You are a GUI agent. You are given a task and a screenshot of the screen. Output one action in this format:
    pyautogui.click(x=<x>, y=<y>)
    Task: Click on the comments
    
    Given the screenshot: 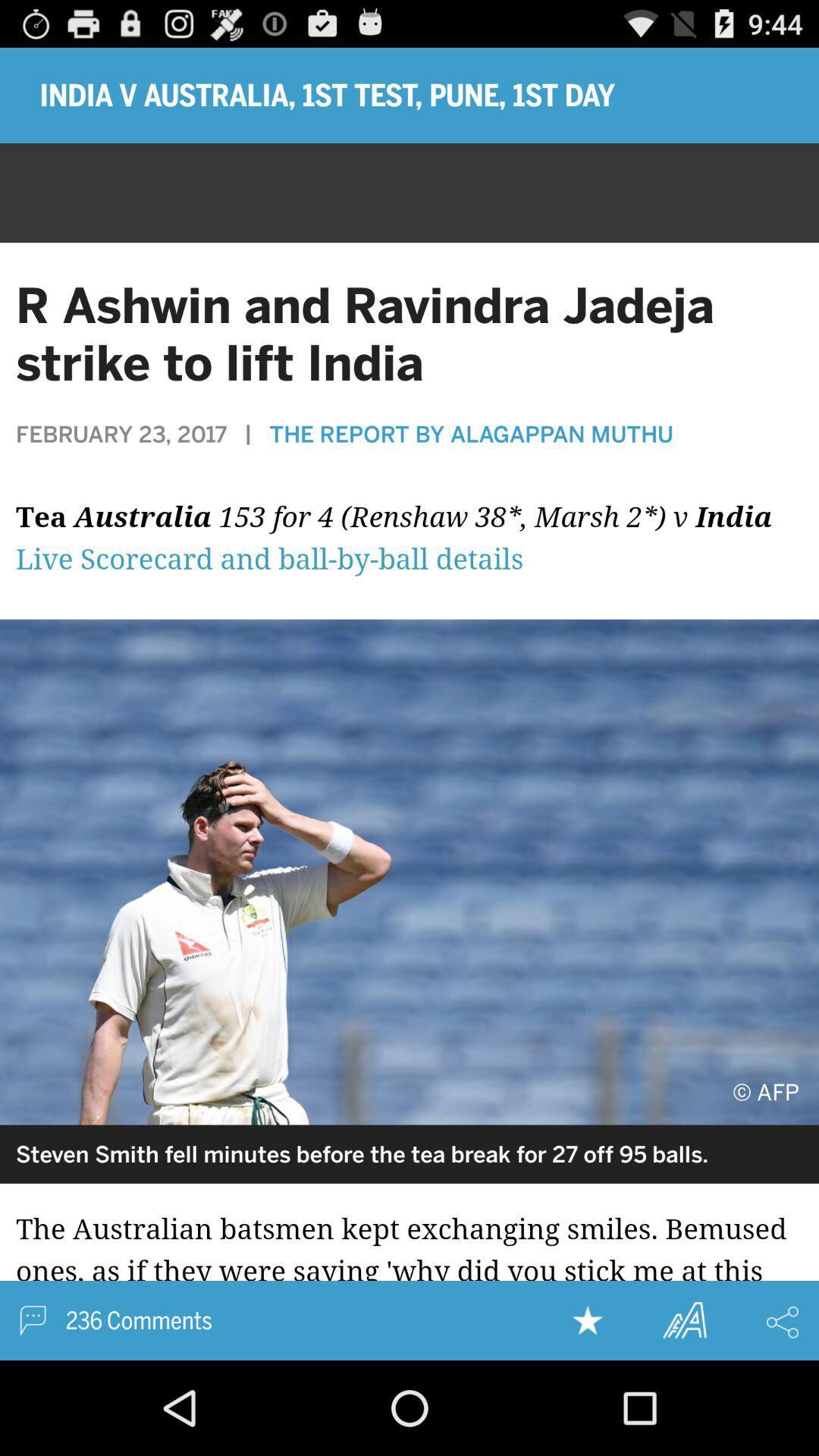 What is the action you would take?
    pyautogui.click(x=33, y=1319)
    